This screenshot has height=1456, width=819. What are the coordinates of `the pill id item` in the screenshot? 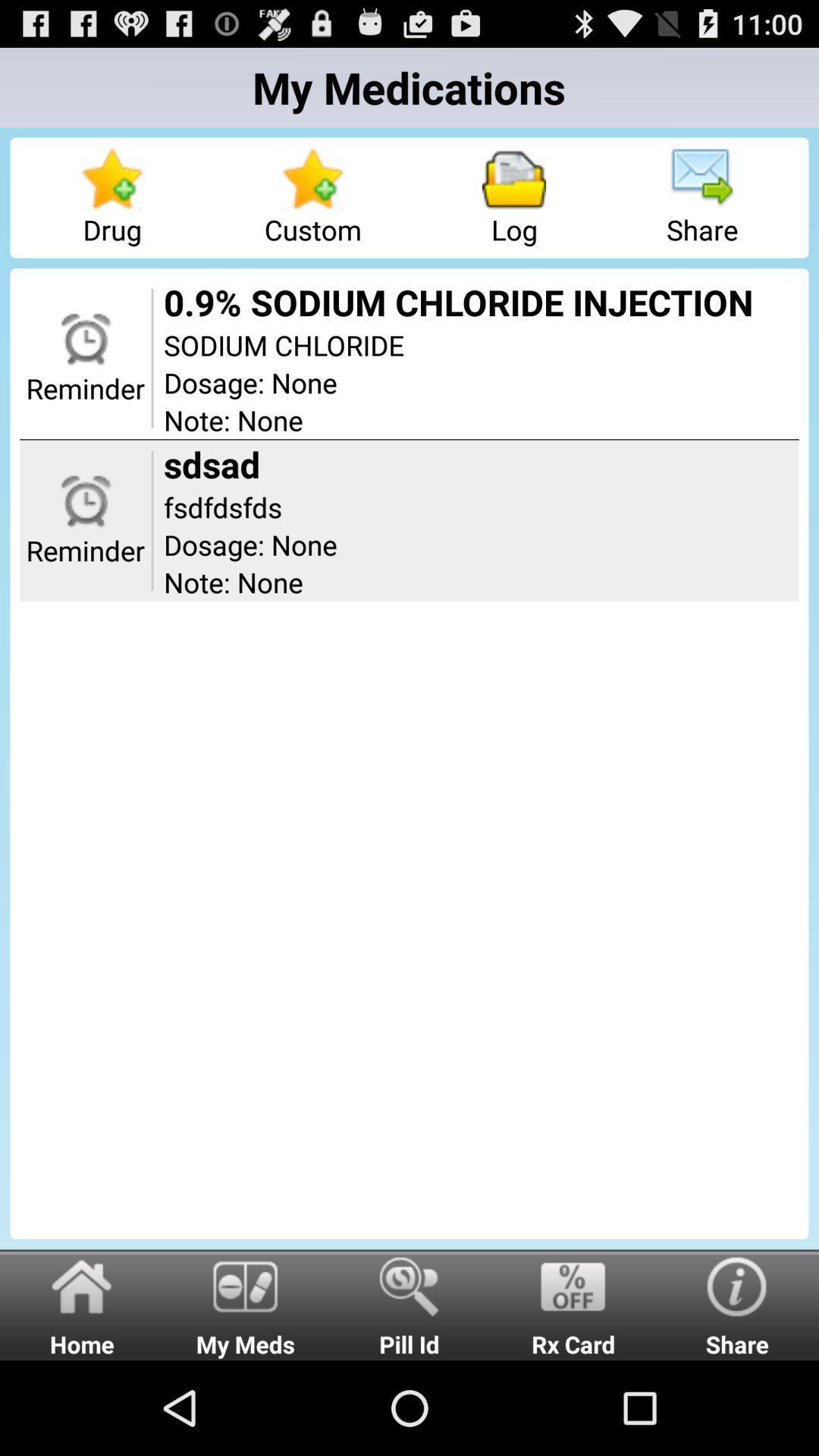 It's located at (409, 1304).